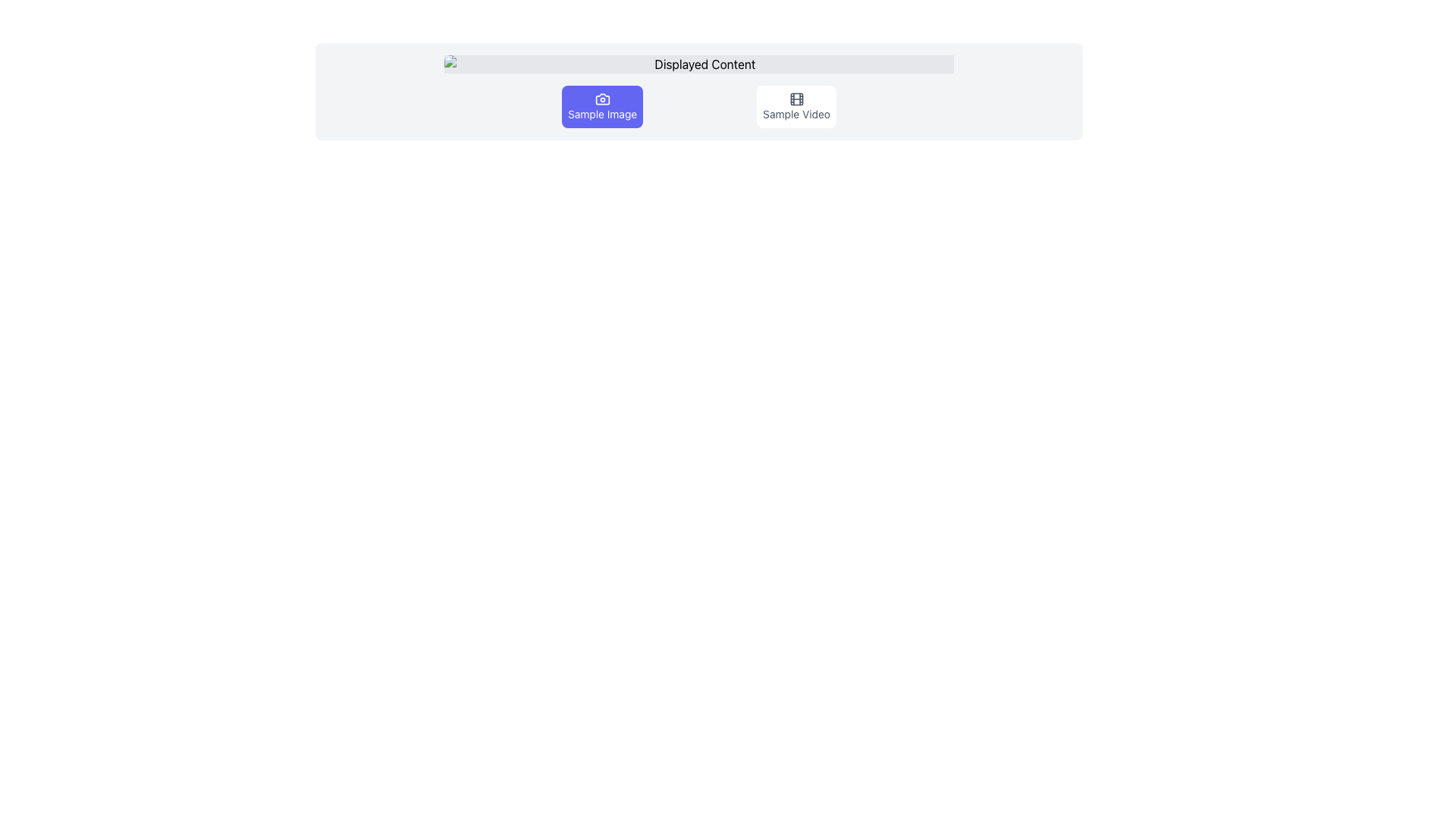  Describe the element at coordinates (795, 113) in the screenshot. I see `the static text element labeled 'Sample Video', which provides information about video-related functionality and is positioned centrally beneath 'Displayed Content'` at that location.